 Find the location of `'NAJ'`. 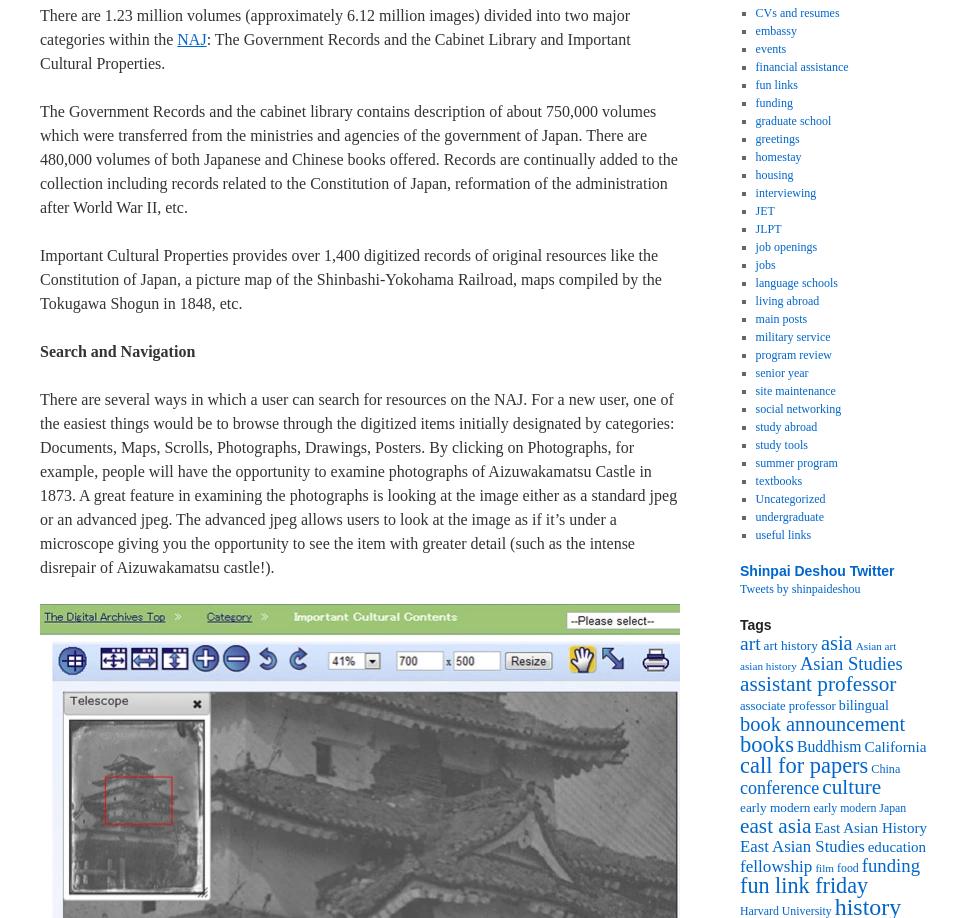

'NAJ' is located at coordinates (191, 39).